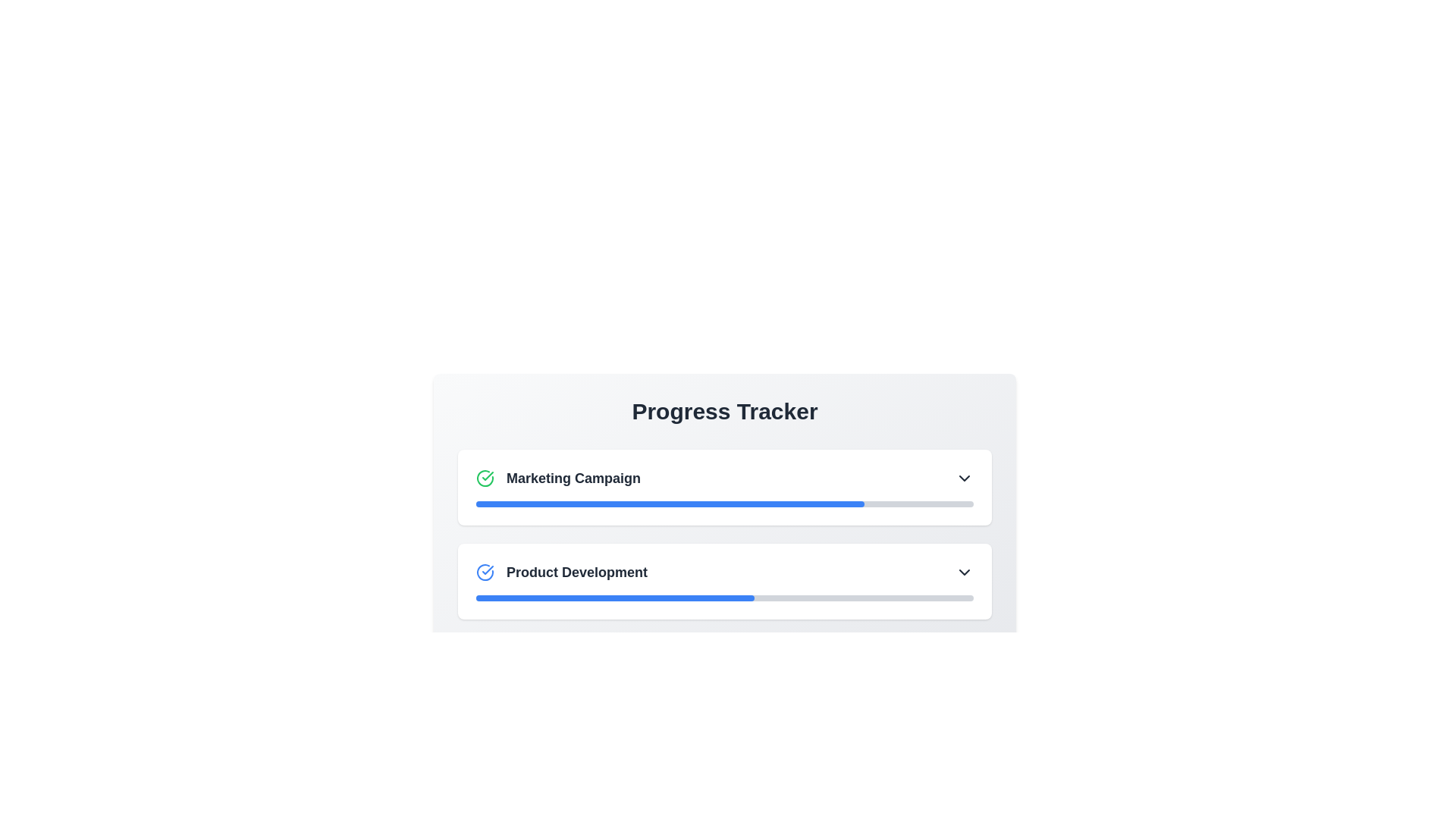 This screenshot has width=1456, height=819. What do you see at coordinates (669, 504) in the screenshot?
I see `the blue progress bar located under the 'Marketing Campaign' heading in the 'Progress Tracker' section` at bounding box center [669, 504].